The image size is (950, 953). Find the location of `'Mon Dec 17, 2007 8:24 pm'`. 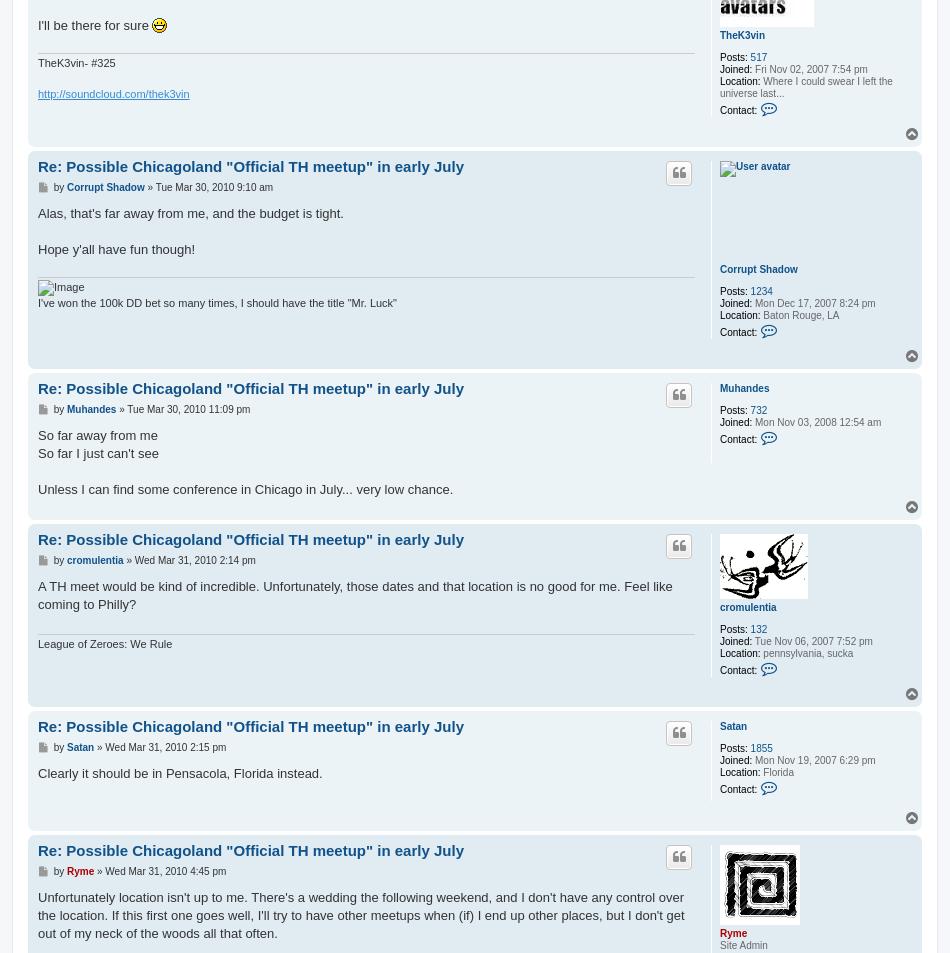

'Mon Dec 17, 2007 8:24 pm' is located at coordinates (812, 302).